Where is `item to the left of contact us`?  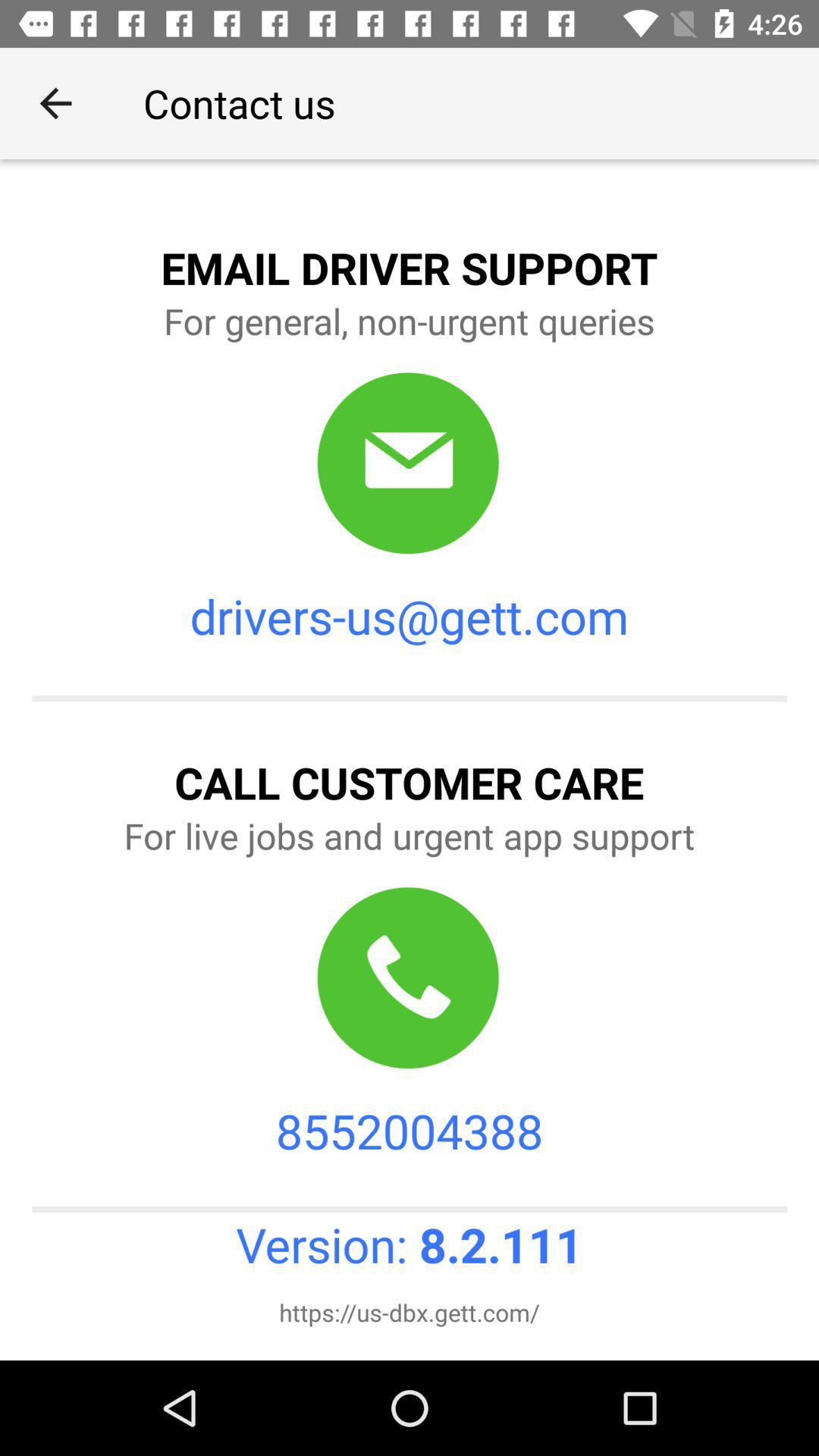
item to the left of contact us is located at coordinates (55, 102).